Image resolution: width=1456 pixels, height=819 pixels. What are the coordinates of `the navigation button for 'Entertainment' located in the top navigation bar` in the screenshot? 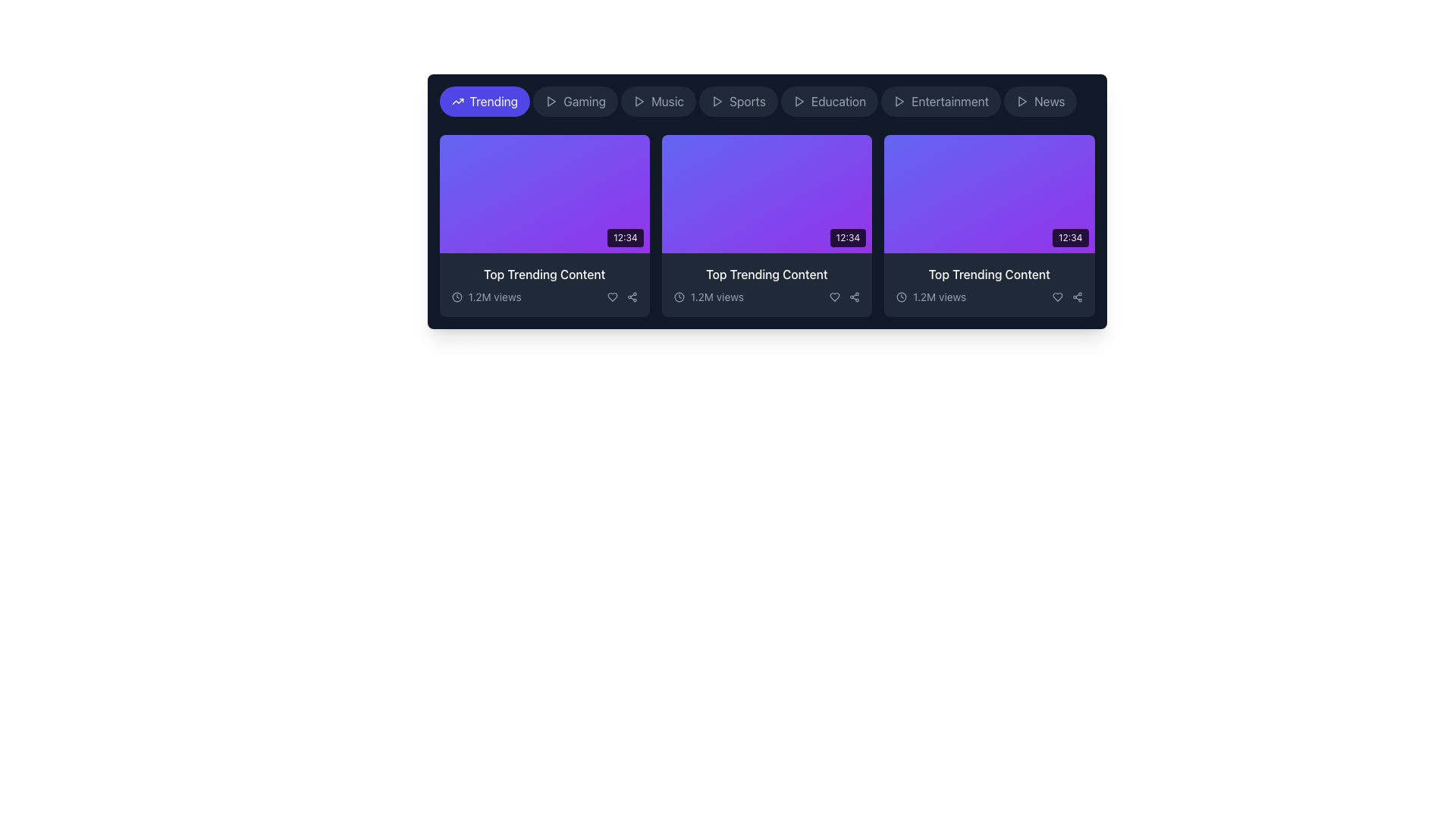 It's located at (940, 102).